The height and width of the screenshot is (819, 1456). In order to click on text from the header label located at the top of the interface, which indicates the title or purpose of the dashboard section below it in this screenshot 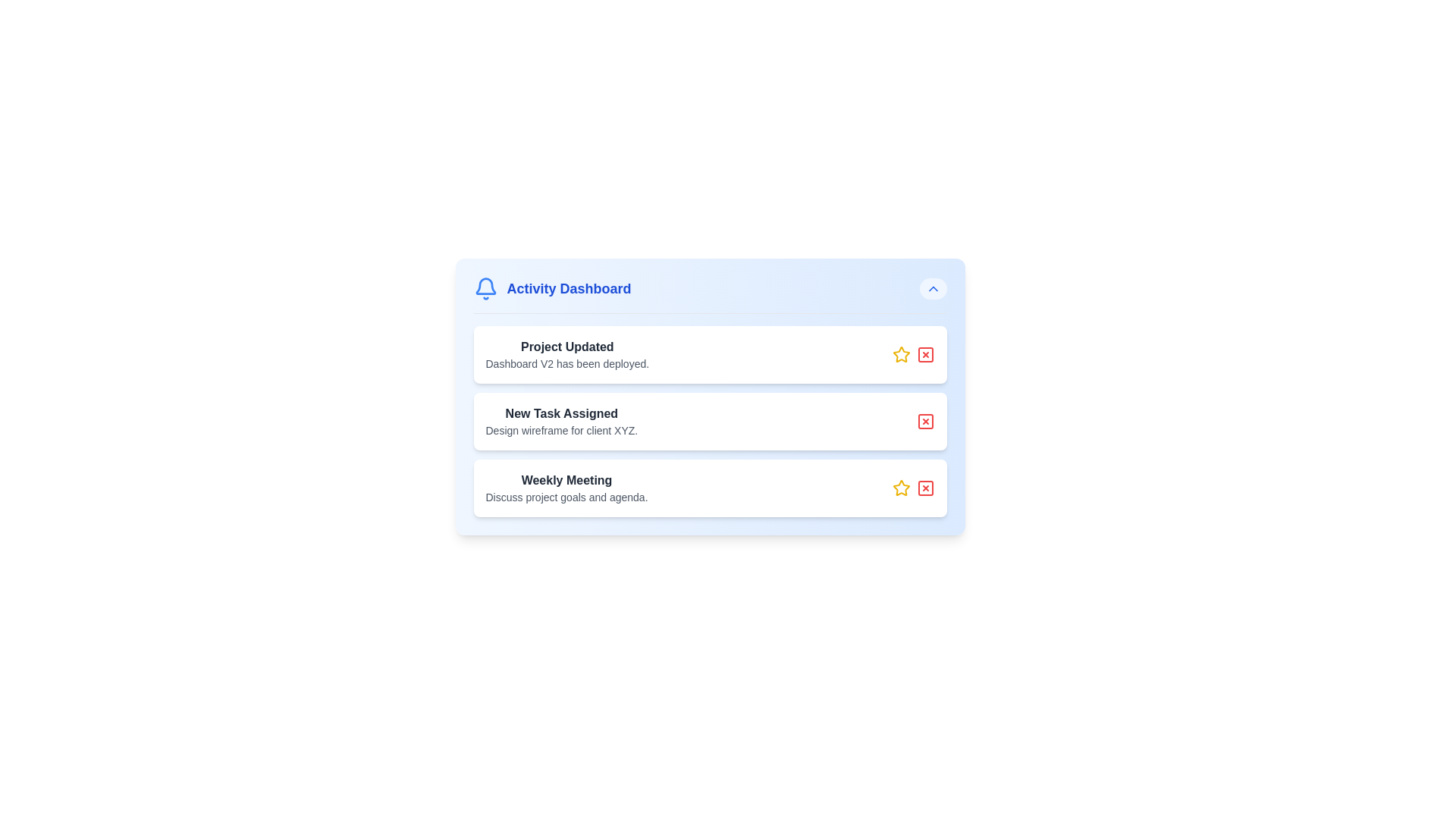, I will do `click(568, 289)`.